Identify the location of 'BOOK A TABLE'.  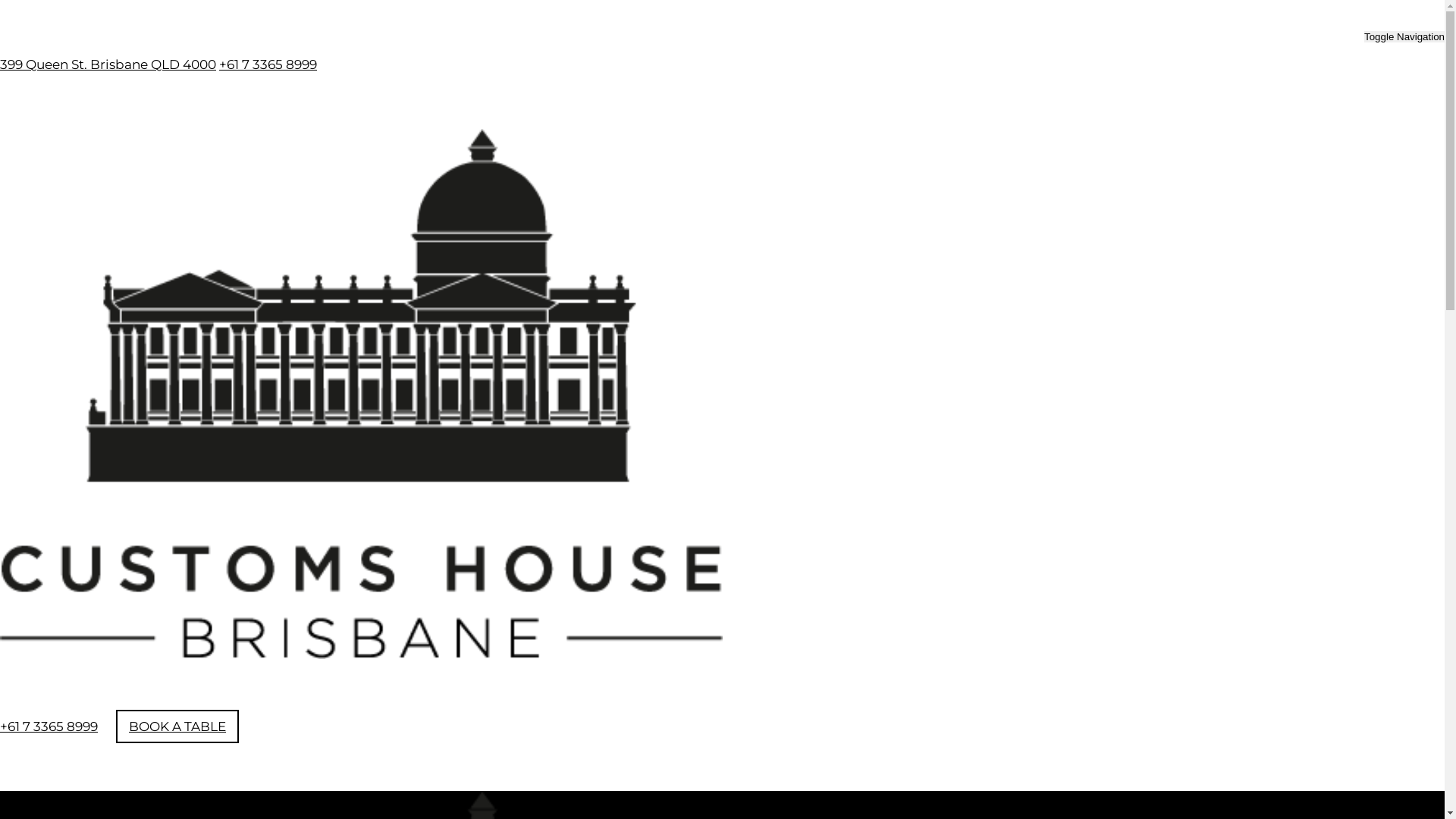
(177, 725).